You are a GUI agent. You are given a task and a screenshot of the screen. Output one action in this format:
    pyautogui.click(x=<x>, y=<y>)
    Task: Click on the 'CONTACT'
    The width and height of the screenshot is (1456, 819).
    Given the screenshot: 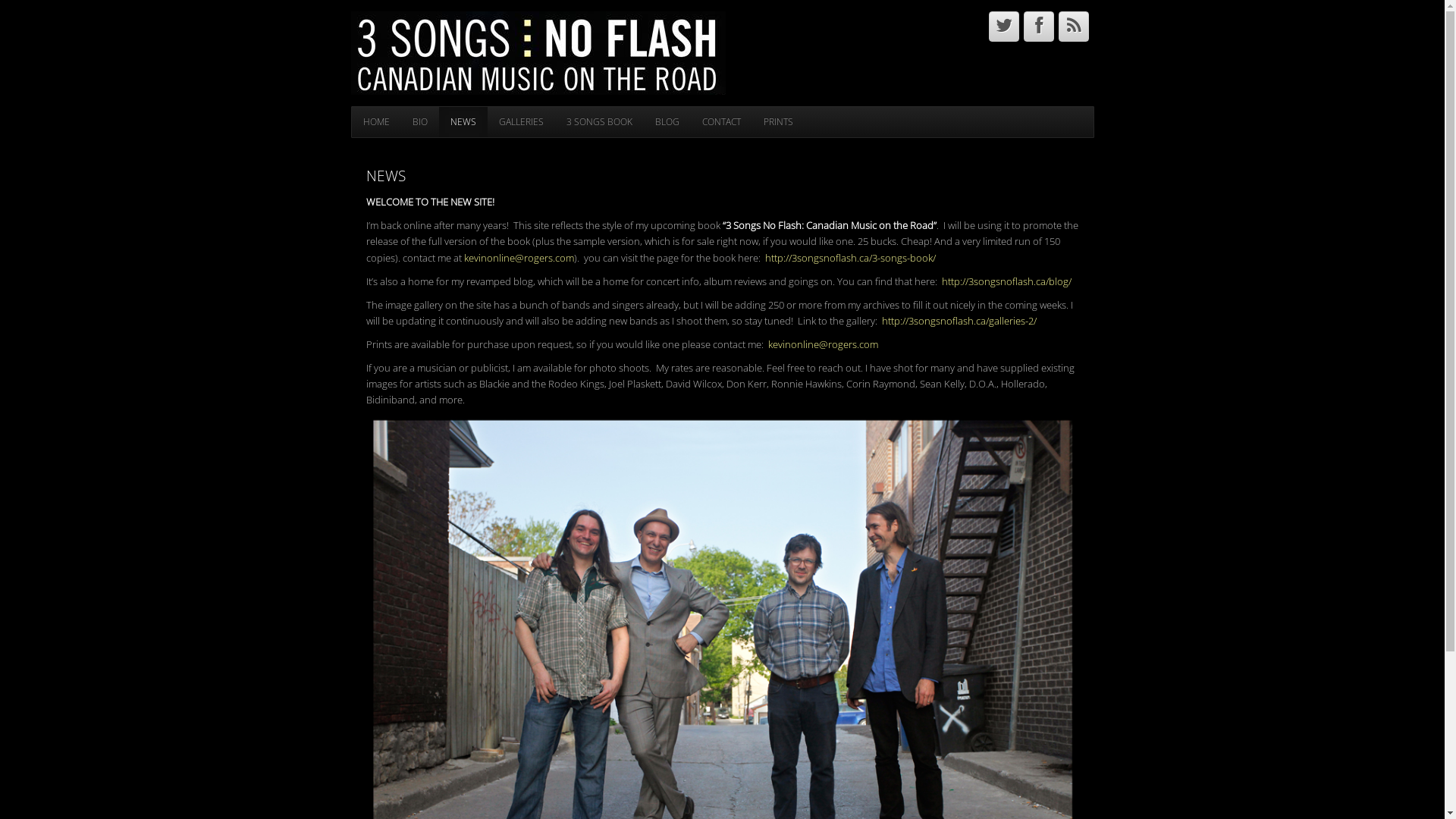 What is the action you would take?
    pyautogui.click(x=720, y=121)
    